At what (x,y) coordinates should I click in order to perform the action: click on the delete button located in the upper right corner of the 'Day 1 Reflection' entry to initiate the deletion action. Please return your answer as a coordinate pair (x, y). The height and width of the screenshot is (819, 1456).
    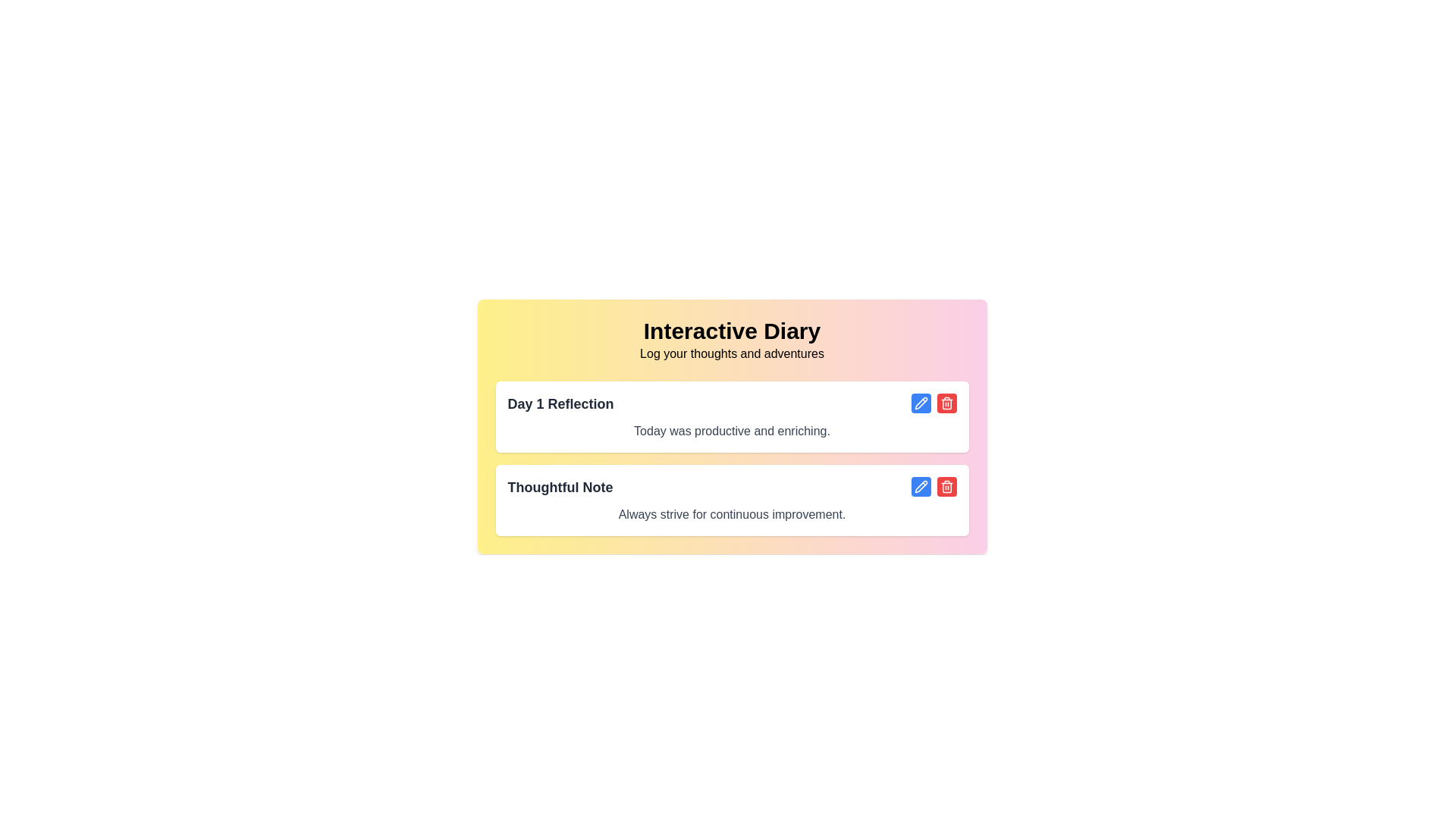
    Looking at the image, I should click on (946, 403).